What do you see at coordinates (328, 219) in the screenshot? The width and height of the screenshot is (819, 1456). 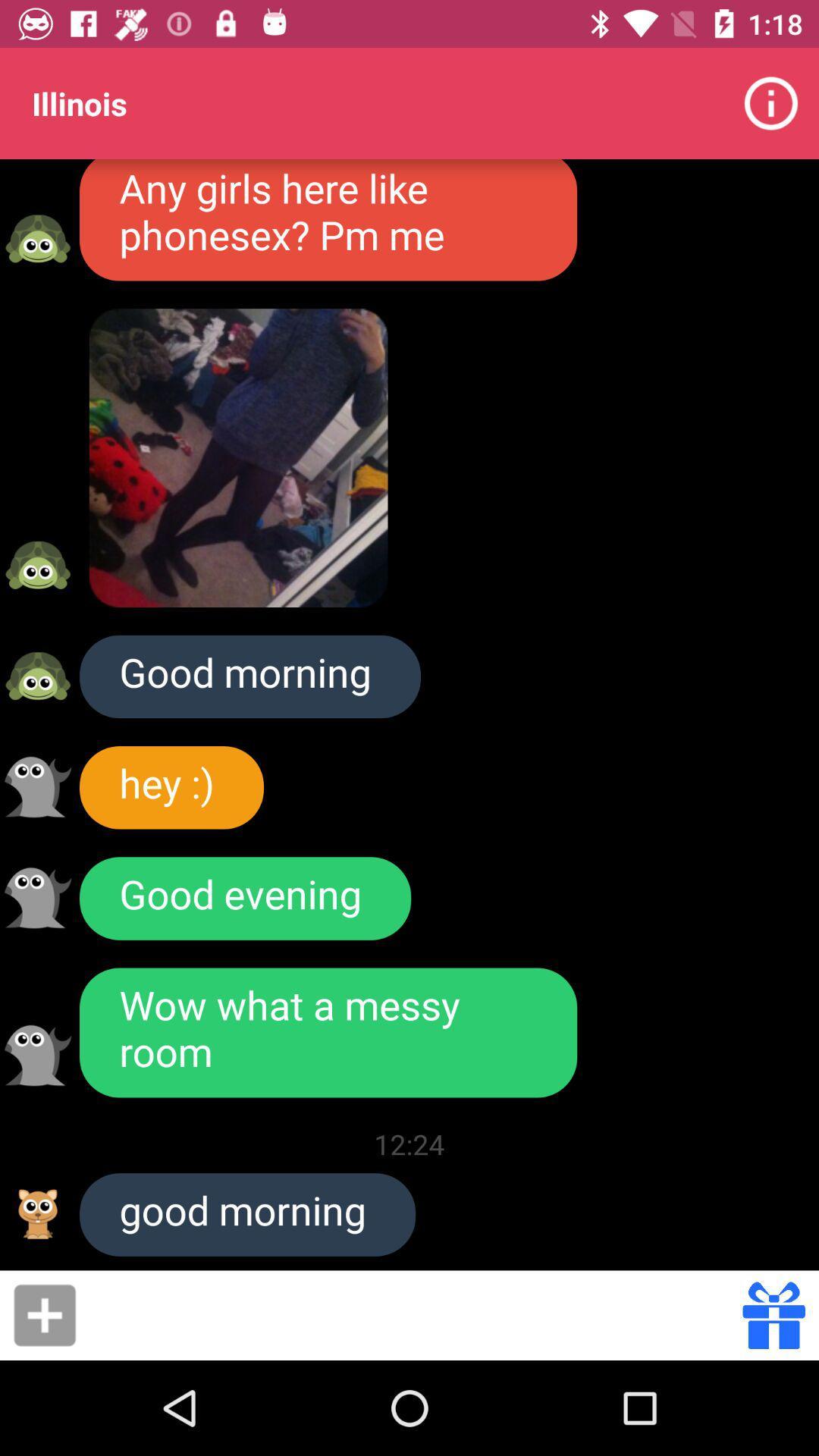 I see `the icon below the illinois  icon` at bounding box center [328, 219].